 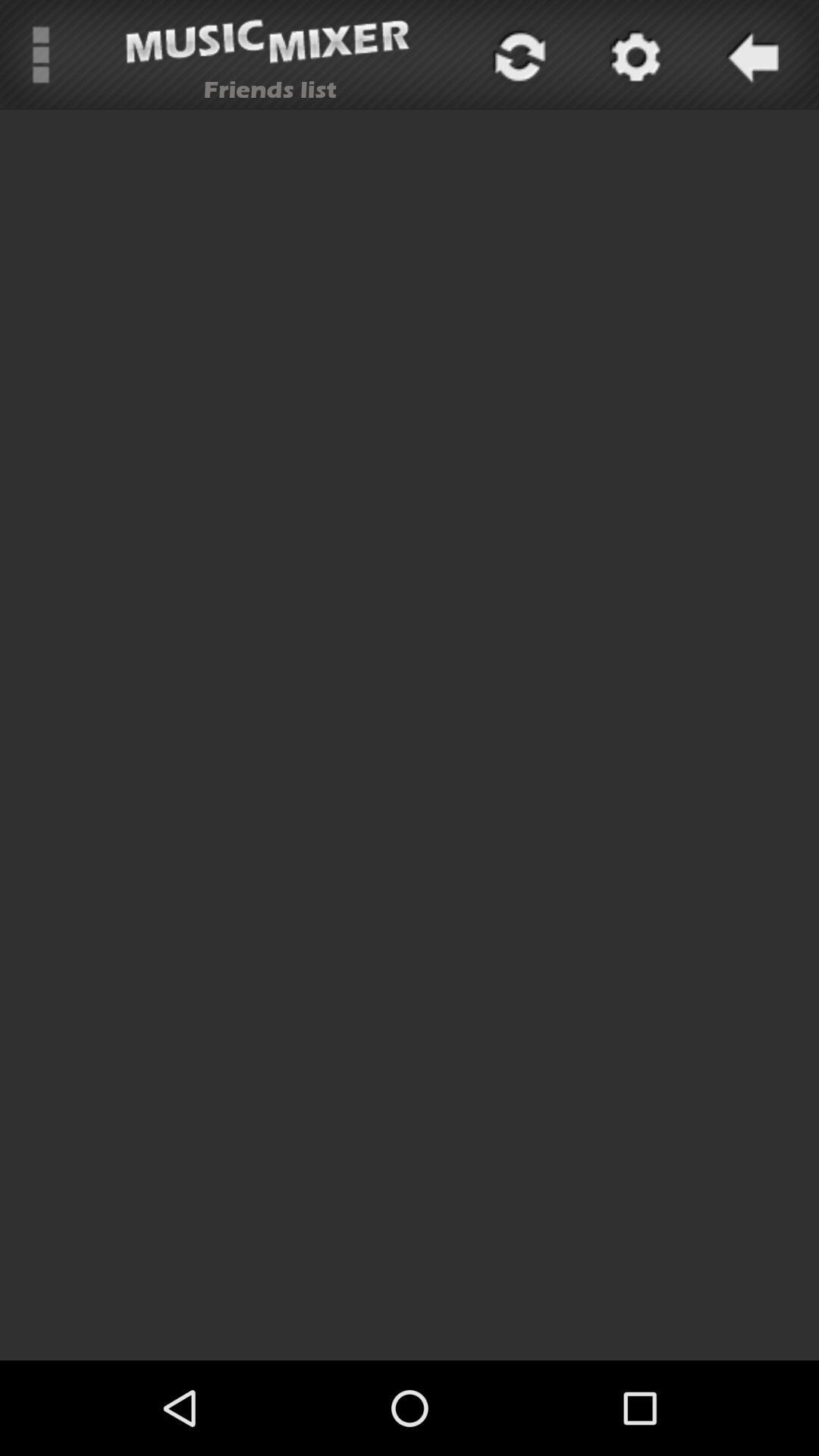 I want to click on the refresh icon, so click(x=516, y=58).